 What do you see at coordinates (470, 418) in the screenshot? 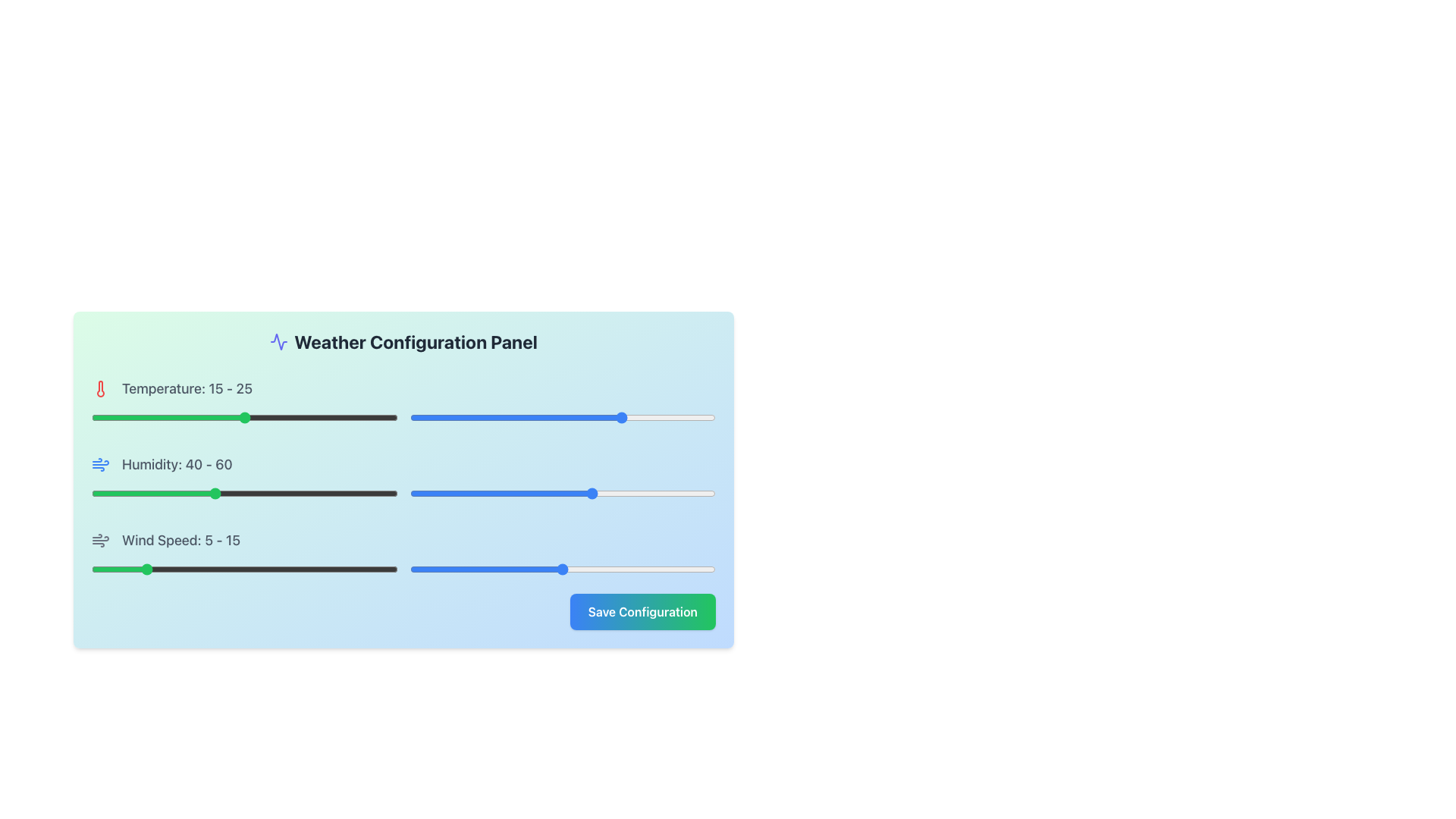
I see `value of the slider` at bounding box center [470, 418].